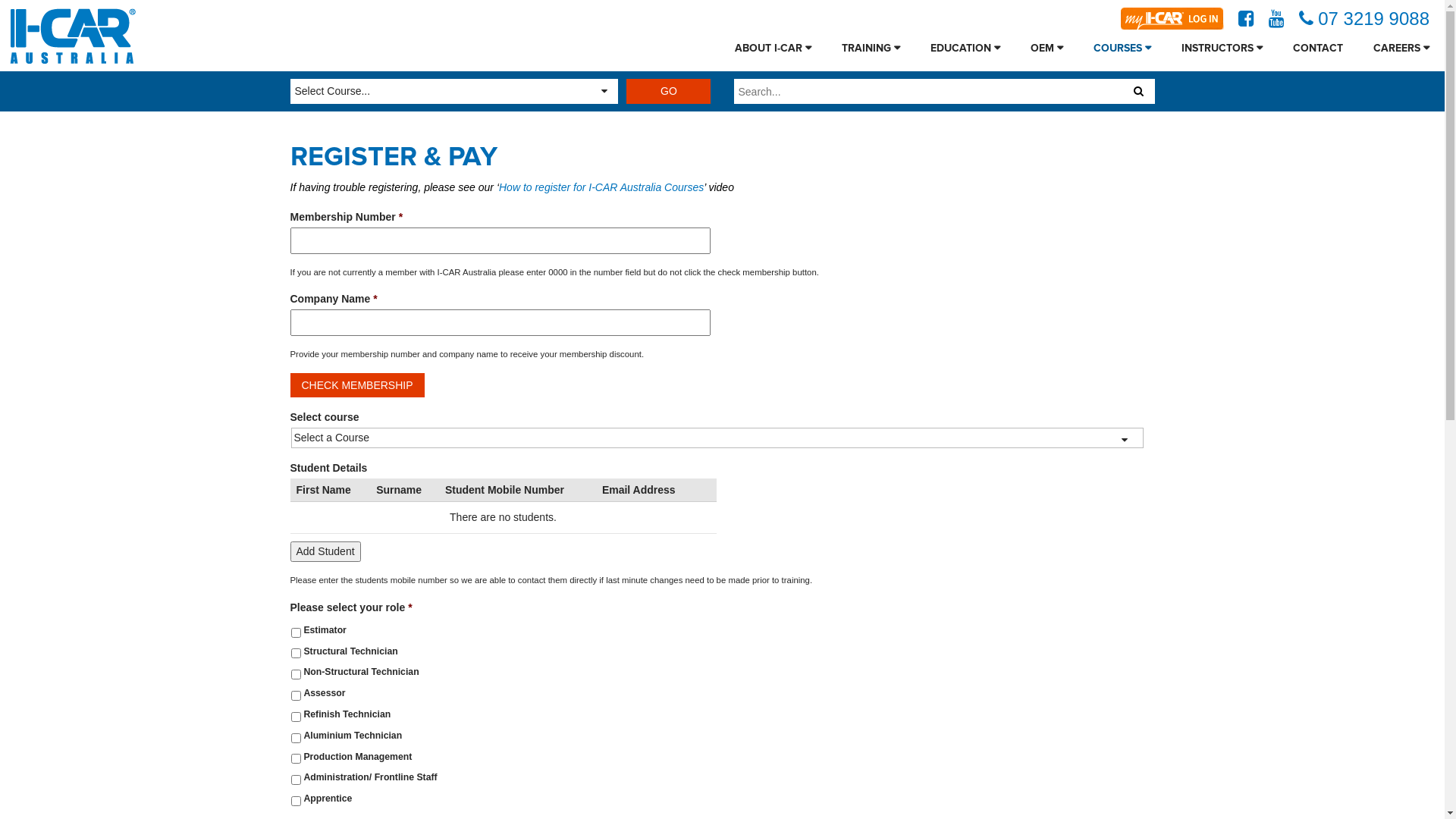 This screenshot has width=1456, height=819. Describe the element at coordinates (600, 186) in the screenshot. I see `'How to register for I-CAR Australia Courses'` at that location.